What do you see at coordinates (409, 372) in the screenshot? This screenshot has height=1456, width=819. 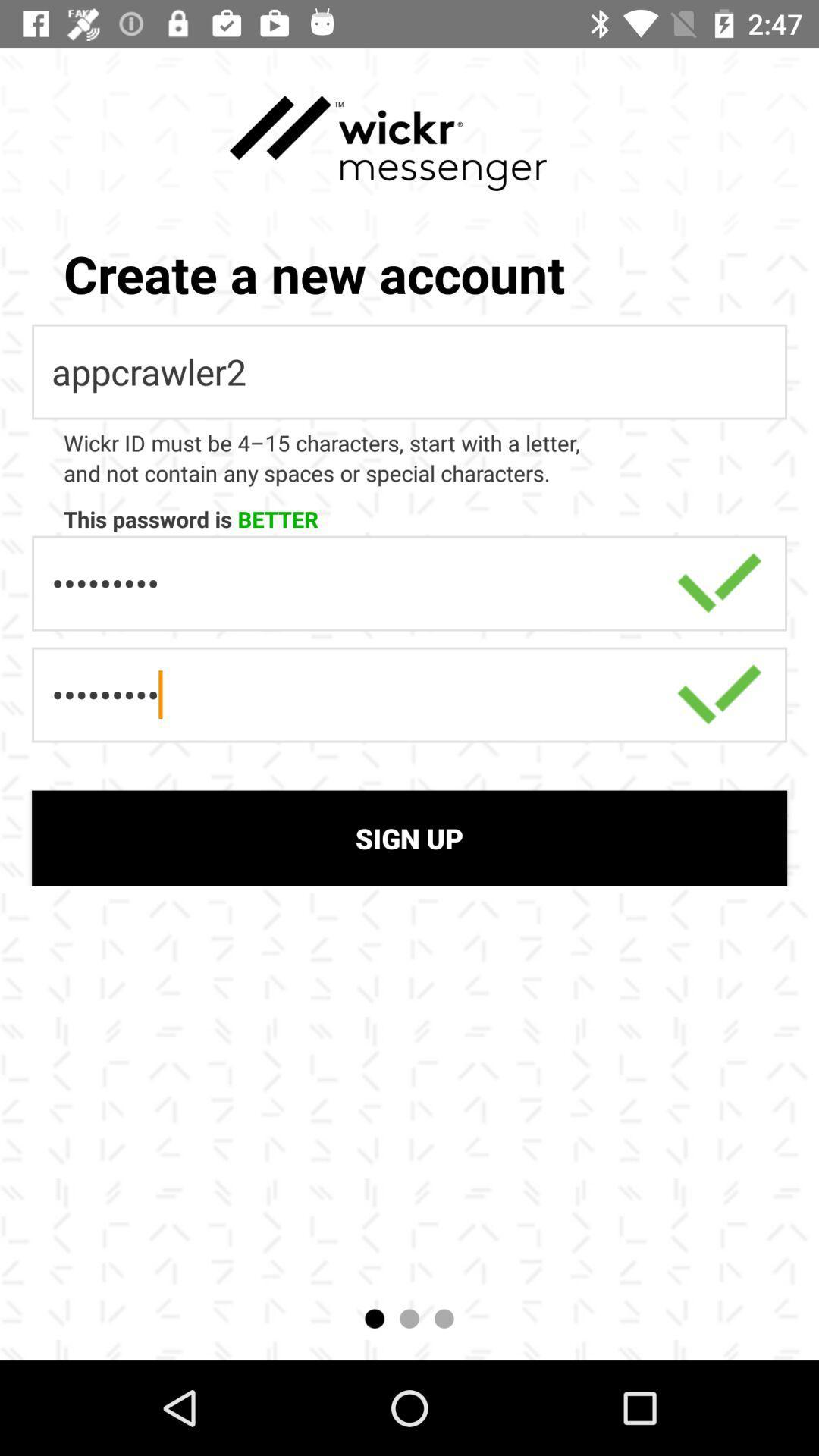 I see `the appcrawler2 icon` at bounding box center [409, 372].